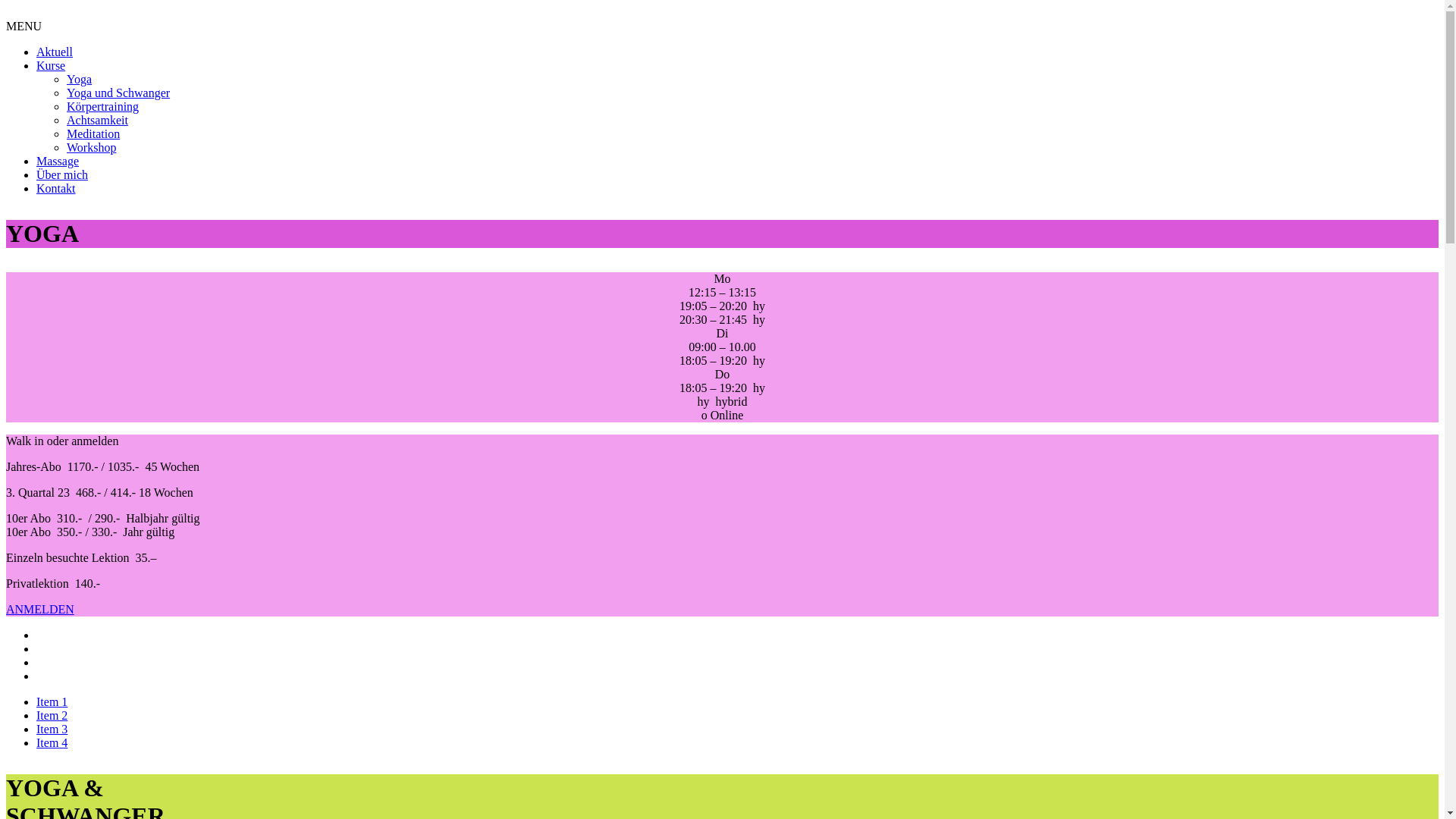 This screenshot has height=819, width=1456. I want to click on 'Meditation', so click(93, 133).